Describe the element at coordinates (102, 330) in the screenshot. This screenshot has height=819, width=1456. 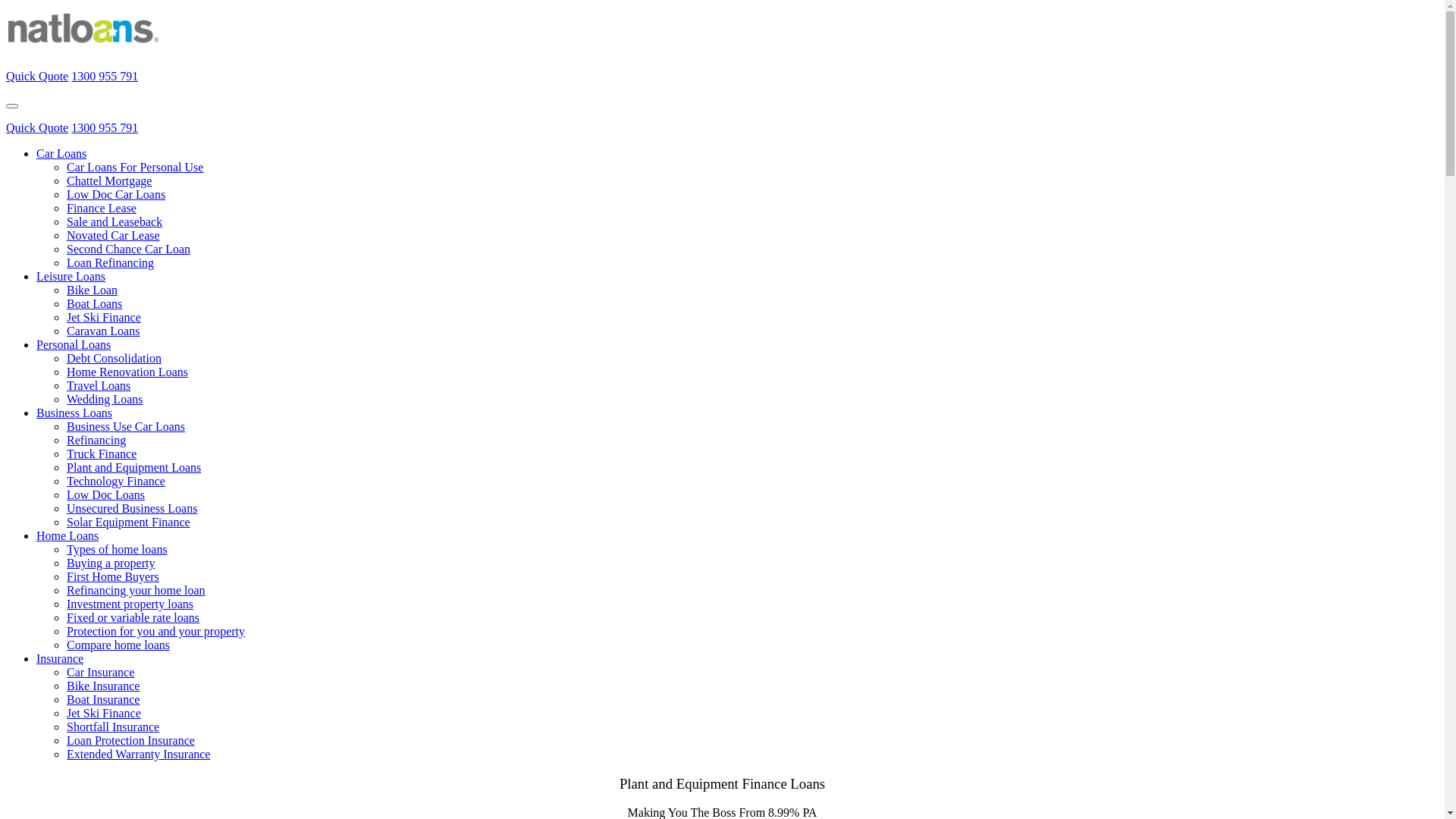
I see `'Caravan Loans'` at that location.